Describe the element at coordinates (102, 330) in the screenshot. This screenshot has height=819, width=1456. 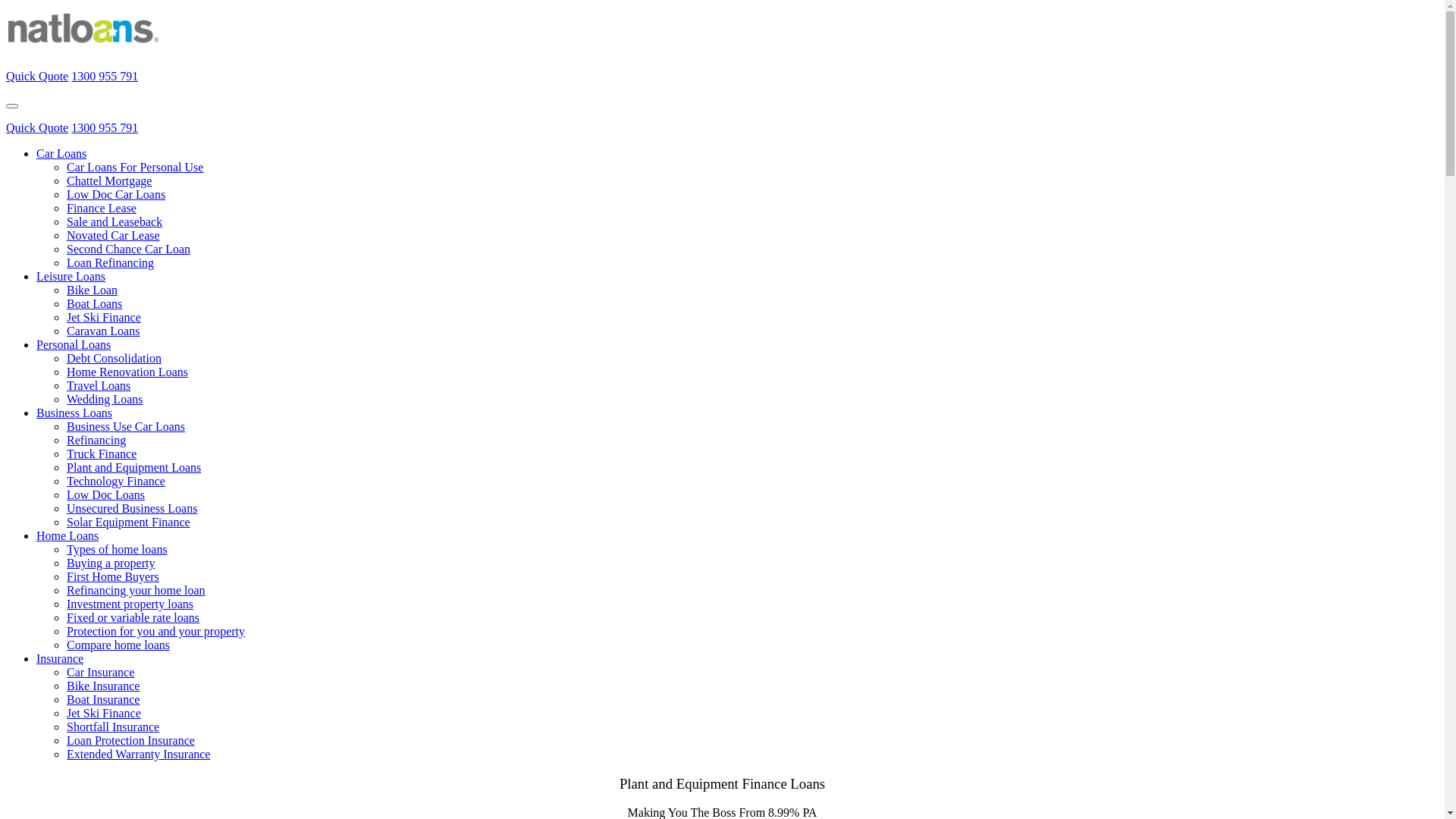
I see `'Caravan Loans'` at that location.